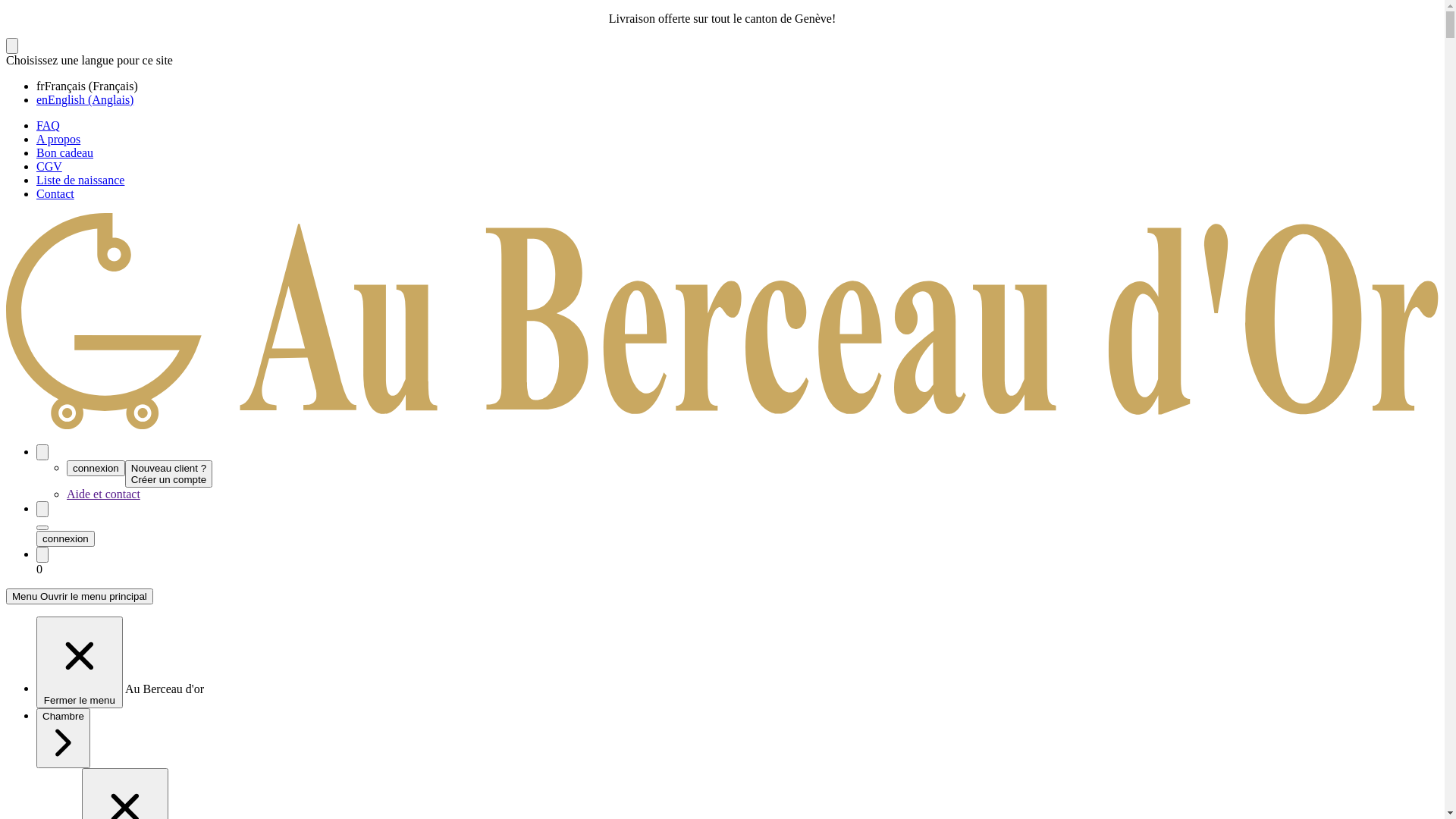 This screenshot has width=1456, height=819. What do you see at coordinates (95, 467) in the screenshot?
I see `'connexion'` at bounding box center [95, 467].